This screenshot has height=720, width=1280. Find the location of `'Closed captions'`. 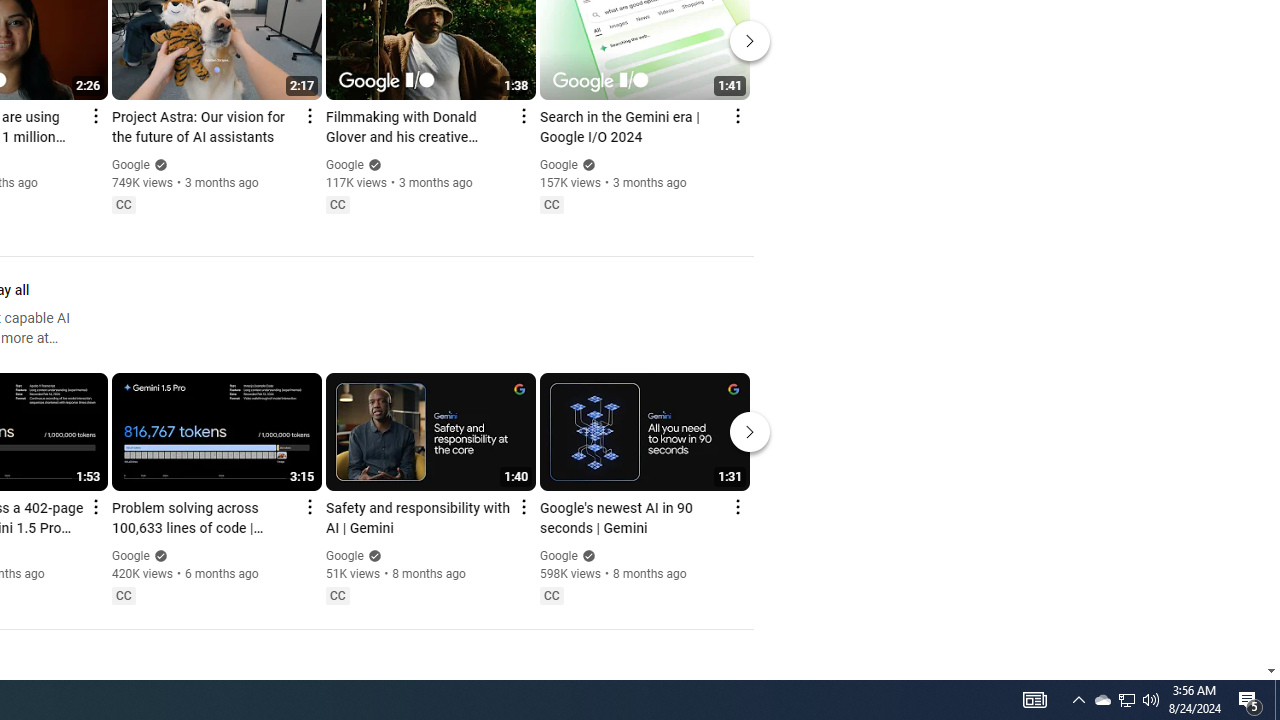

'Closed captions' is located at coordinates (551, 594).